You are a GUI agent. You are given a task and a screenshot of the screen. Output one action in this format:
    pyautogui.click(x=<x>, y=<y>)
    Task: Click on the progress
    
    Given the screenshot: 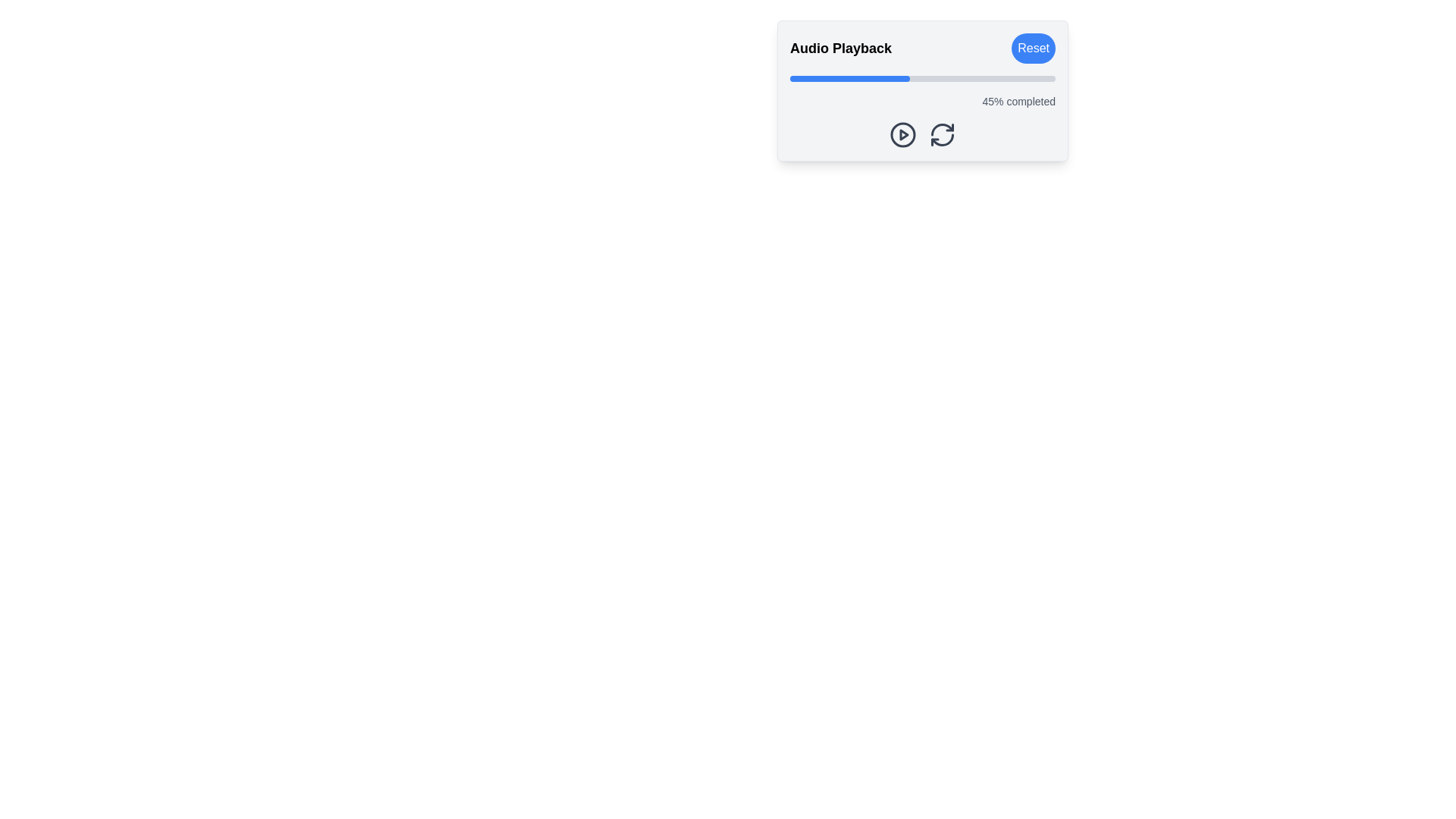 What is the action you would take?
    pyautogui.click(x=951, y=79)
    